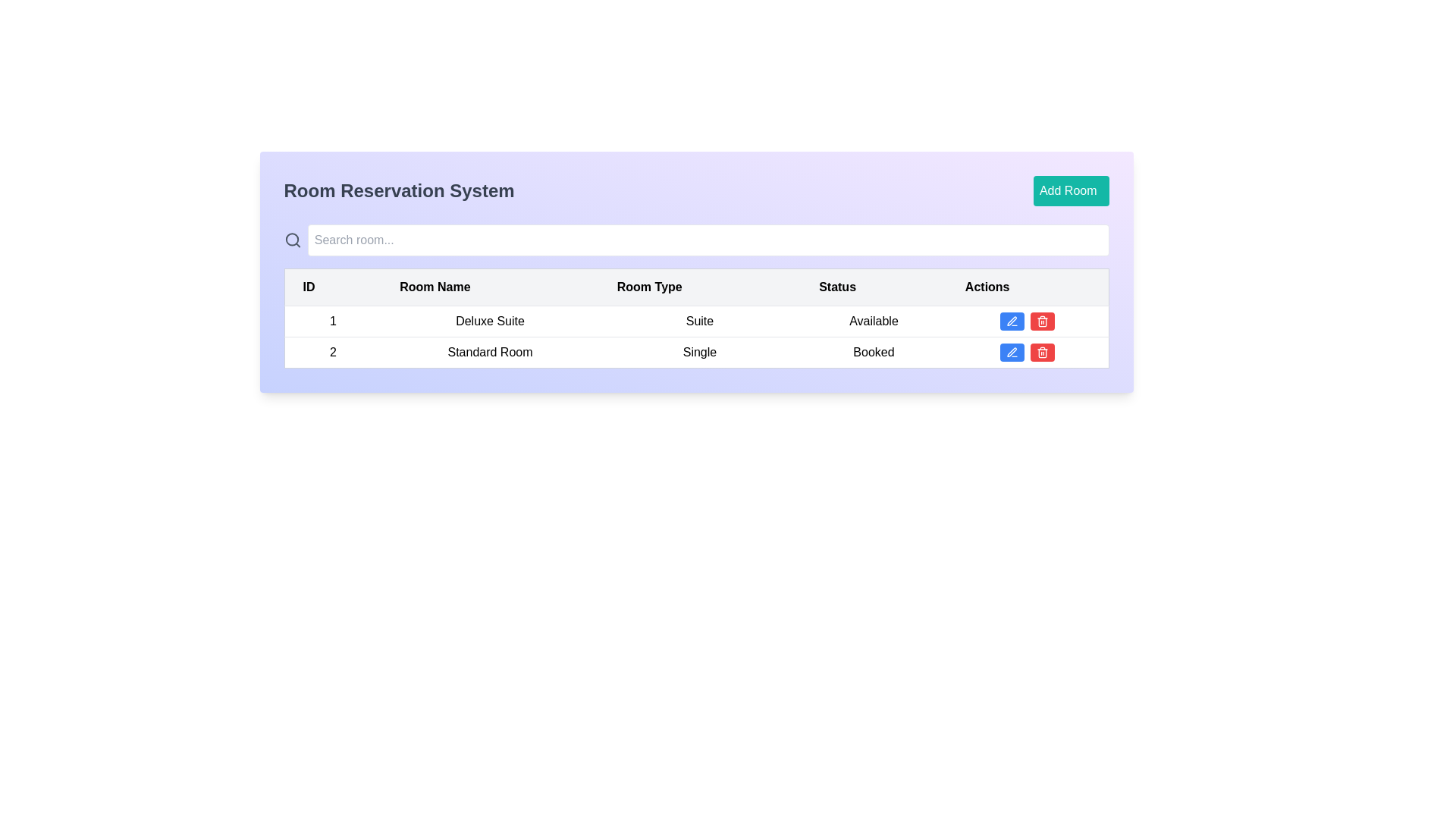  What do you see at coordinates (1012, 352) in the screenshot?
I see `the edit button (icon-style, SVG-based) located in the 'Actions' column of the second row in the table, next to the 'Standard Room' entry` at bounding box center [1012, 352].